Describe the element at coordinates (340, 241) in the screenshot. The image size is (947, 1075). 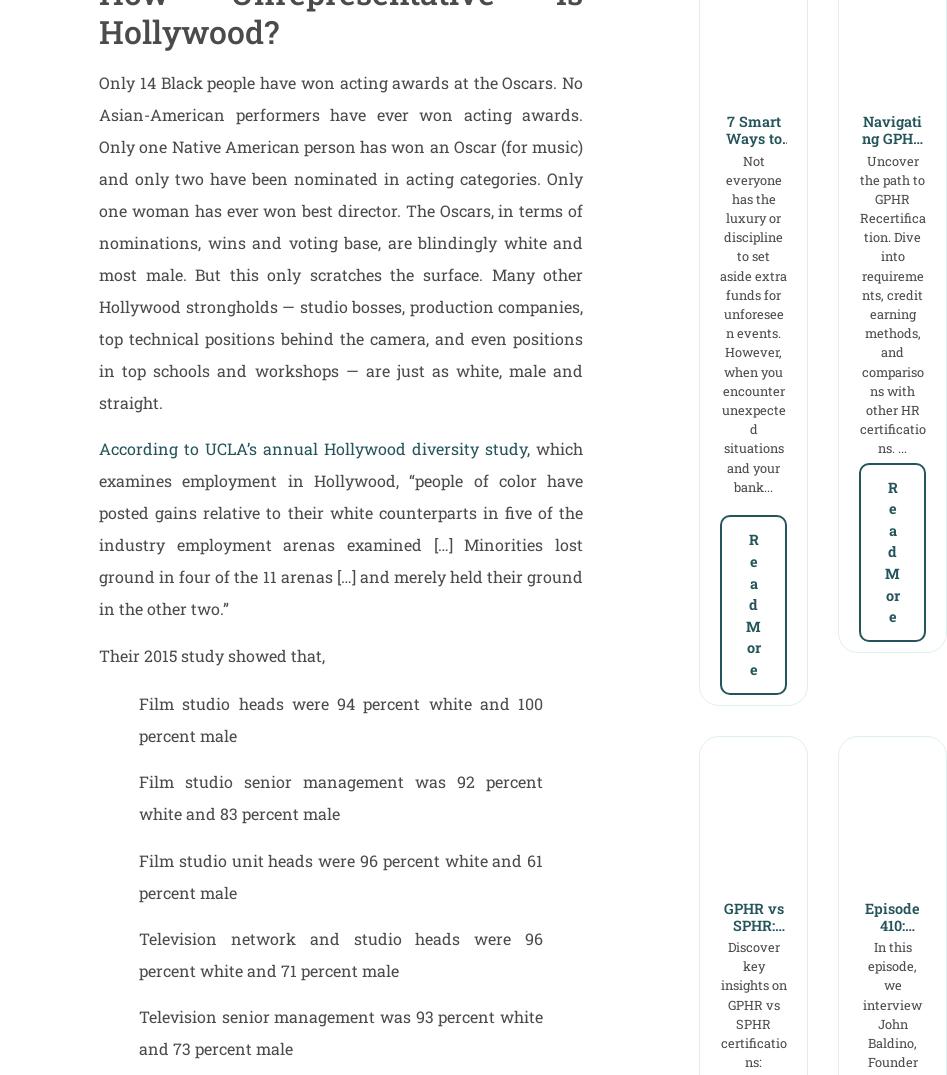
I see `'Only 14 Black people have won acting awards at the Oscars. No Asian-American performers have ever won acting awards. Only one Native American person has won an Oscar (for music) and only two have been nominated in acting categories. Only one woman has ever won best director. The Oscars, in terms of nominations, wins and voting base, are blindingly white and most male. But this only scratches the surface. Many other Hollywood strongholds — studio bosses, production companies, top technical positions behind the camera, and even positions in top schools and workshops — are just as white, male and straight.'` at that location.